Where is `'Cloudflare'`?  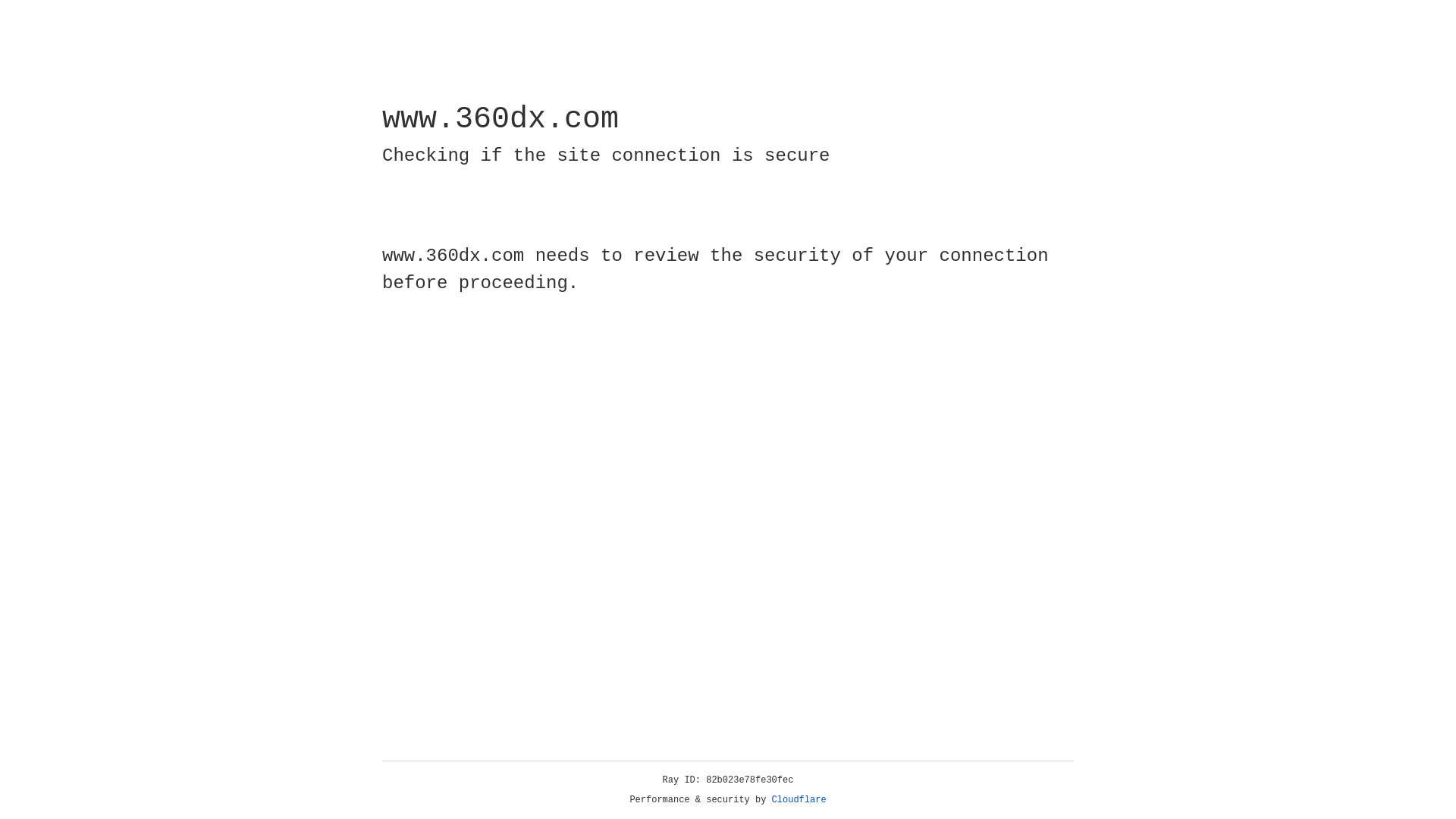
'Cloudflare' is located at coordinates (799, 799).